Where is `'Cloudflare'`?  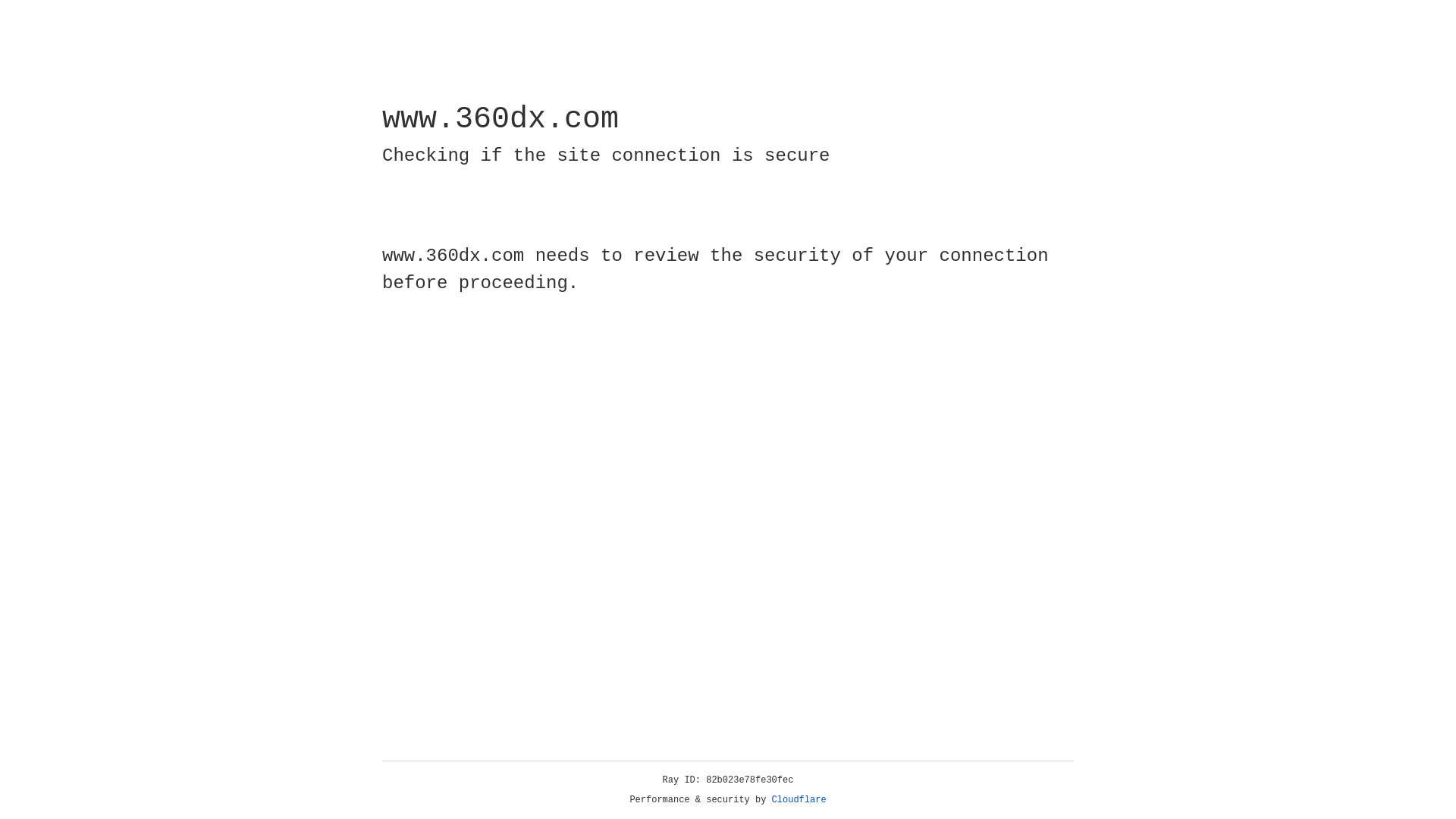
'Cloudflare' is located at coordinates (799, 799).